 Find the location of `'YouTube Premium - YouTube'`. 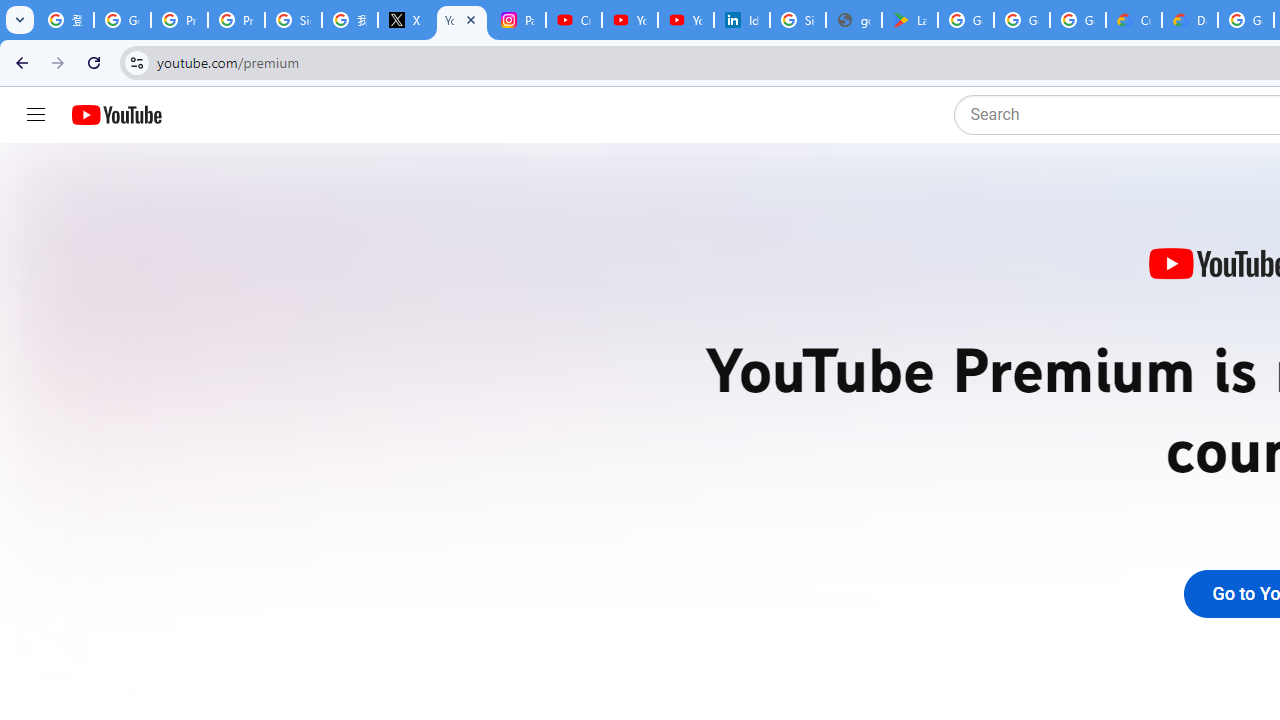

'YouTube Premium - YouTube' is located at coordinates (461, 20).